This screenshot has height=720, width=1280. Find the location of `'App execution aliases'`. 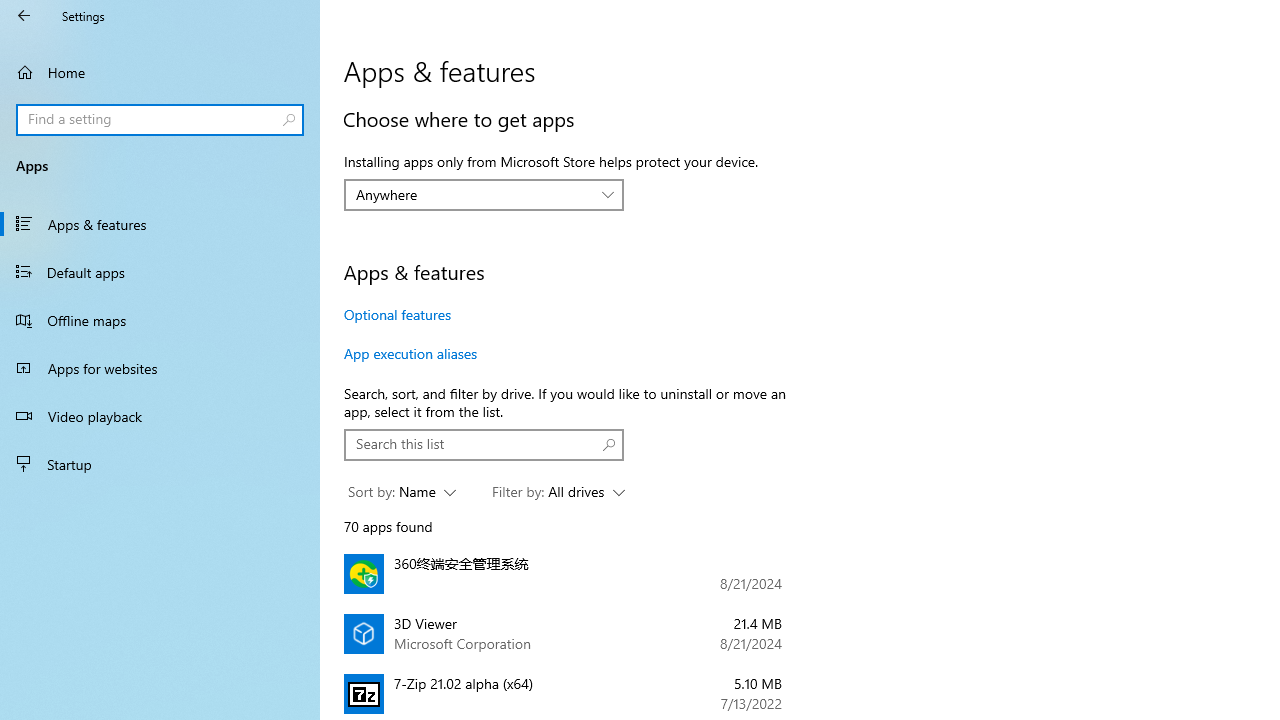

'App execution aliases' is located at coordinates (409, 352).